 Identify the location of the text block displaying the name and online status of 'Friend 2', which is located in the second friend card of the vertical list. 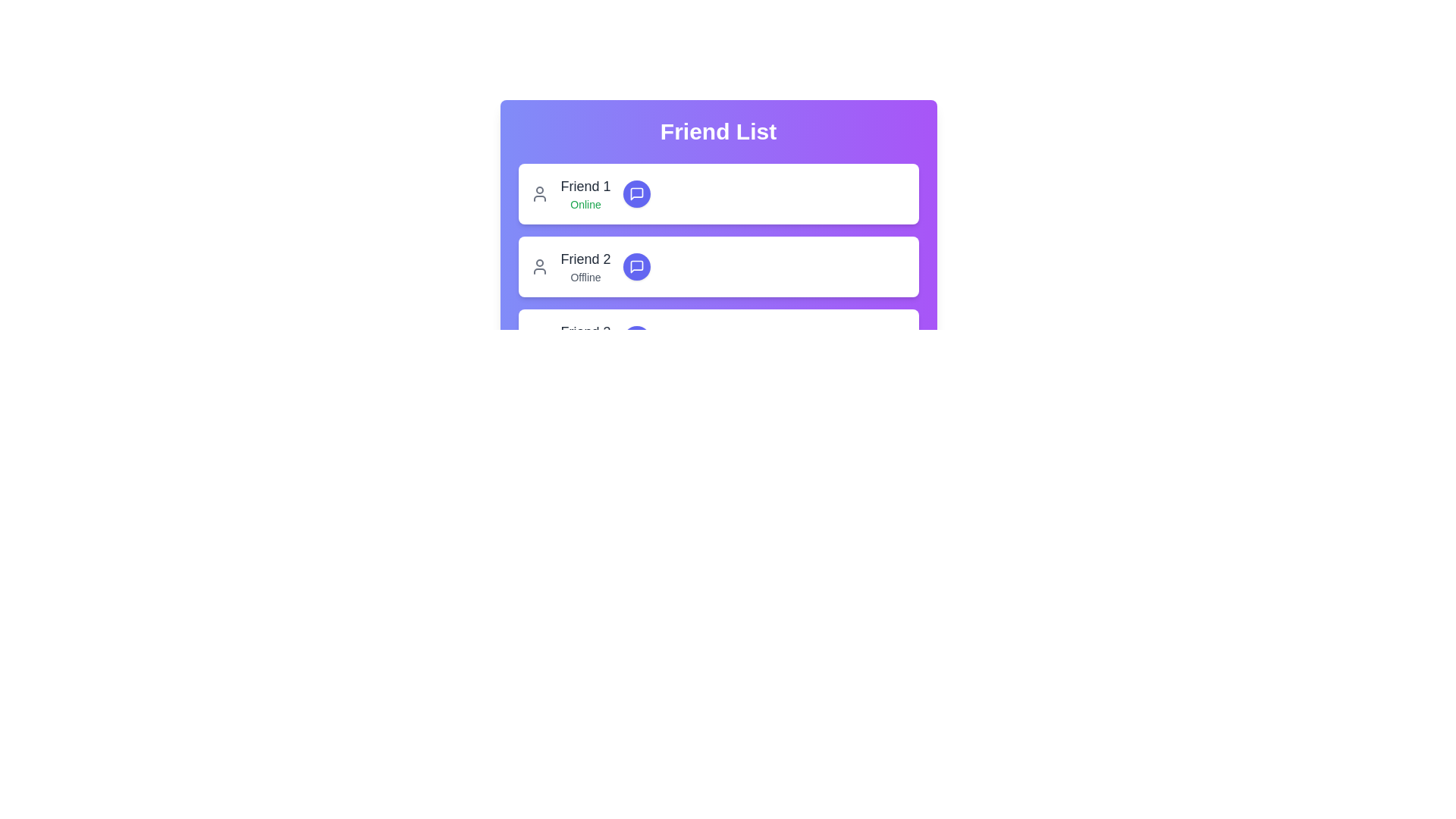
(585, 265).